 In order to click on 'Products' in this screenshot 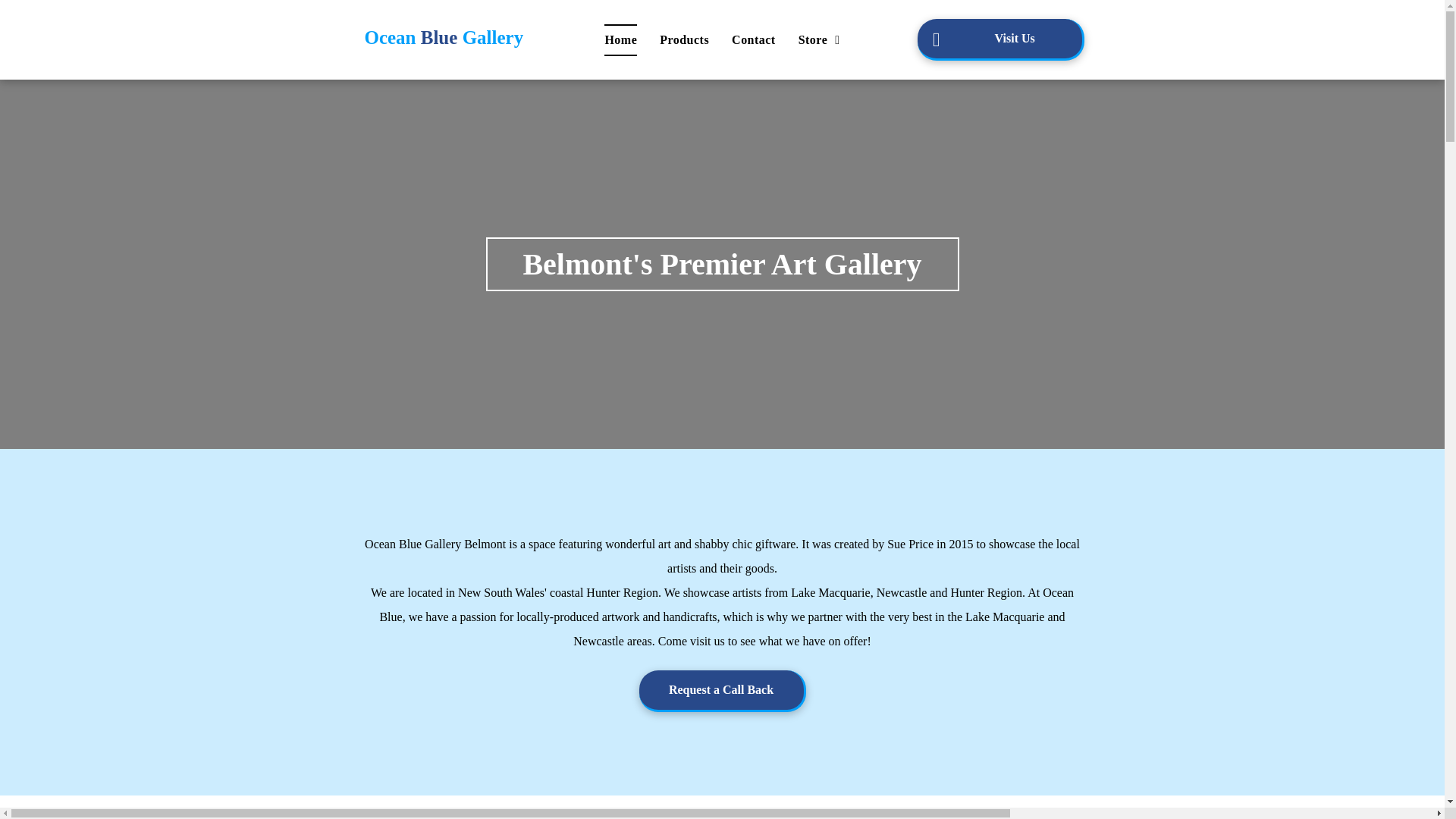, I will do `click(683, 39)`.